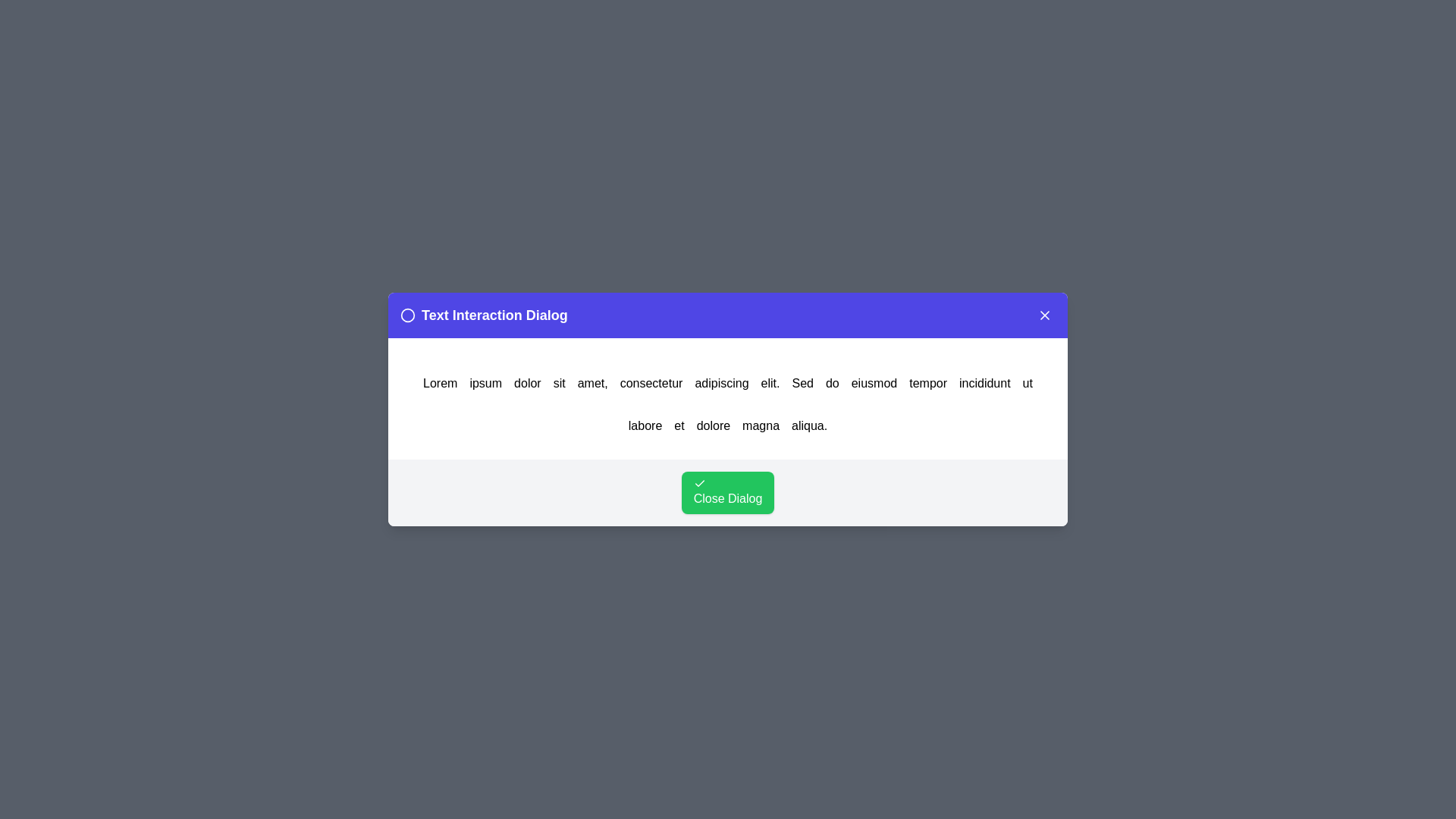 This screenshot has height=819, width=1456. Describe the element at coordinates (770, 382) in the screenshot. I see `the word elit. in the text to trigger an alert displaying the clicked word` at that location.